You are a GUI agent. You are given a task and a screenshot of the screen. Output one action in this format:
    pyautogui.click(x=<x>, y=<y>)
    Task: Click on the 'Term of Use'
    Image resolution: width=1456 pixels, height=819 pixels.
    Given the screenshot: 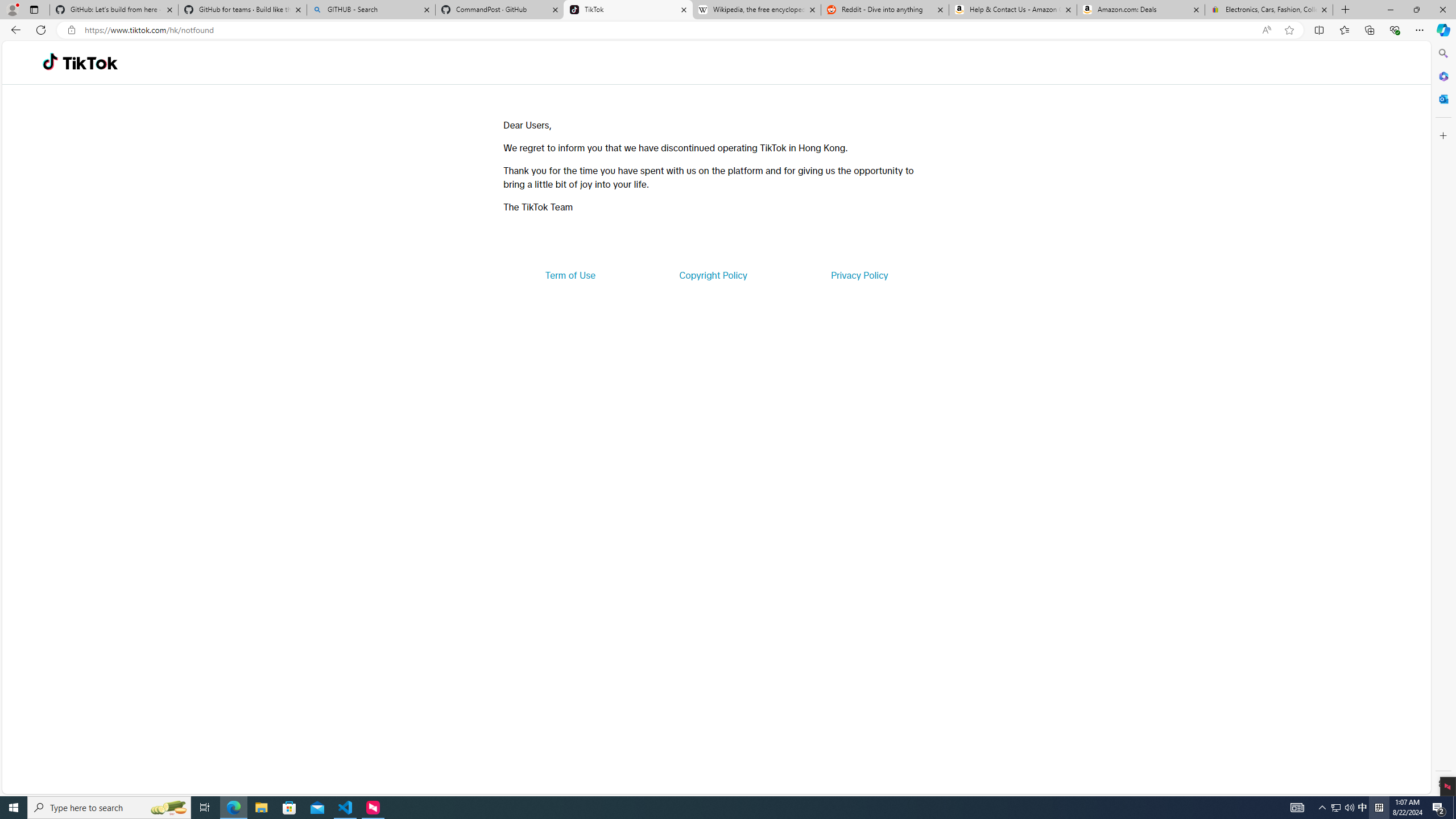 What is the action you would take?
    pyautogui.click(x=570, y=274)
    